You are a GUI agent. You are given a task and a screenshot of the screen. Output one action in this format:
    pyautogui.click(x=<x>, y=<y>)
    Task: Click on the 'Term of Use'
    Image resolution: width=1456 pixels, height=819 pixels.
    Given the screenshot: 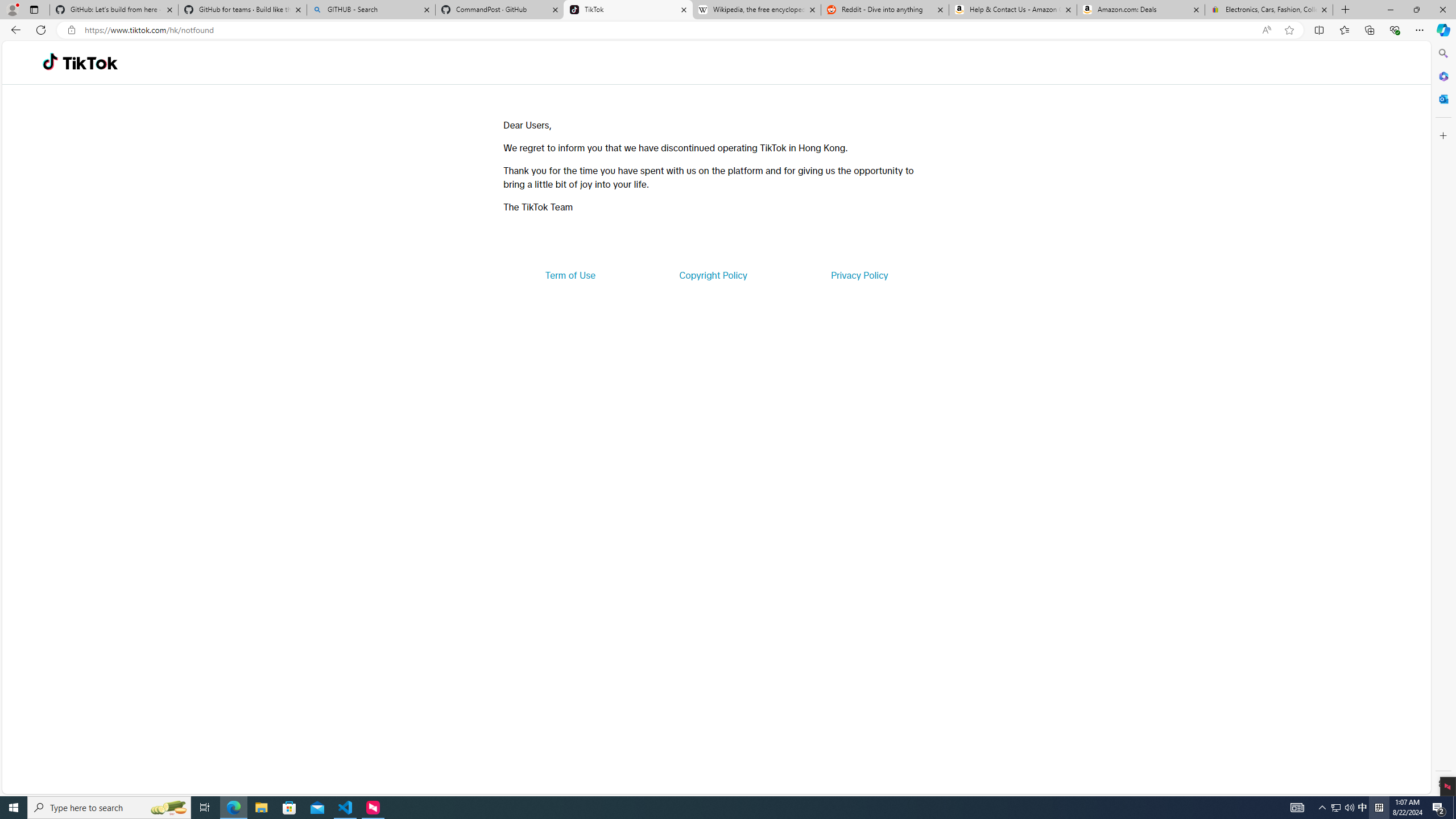 What is the action you would take?
    pyautogui.click(x=570, y=274)
    